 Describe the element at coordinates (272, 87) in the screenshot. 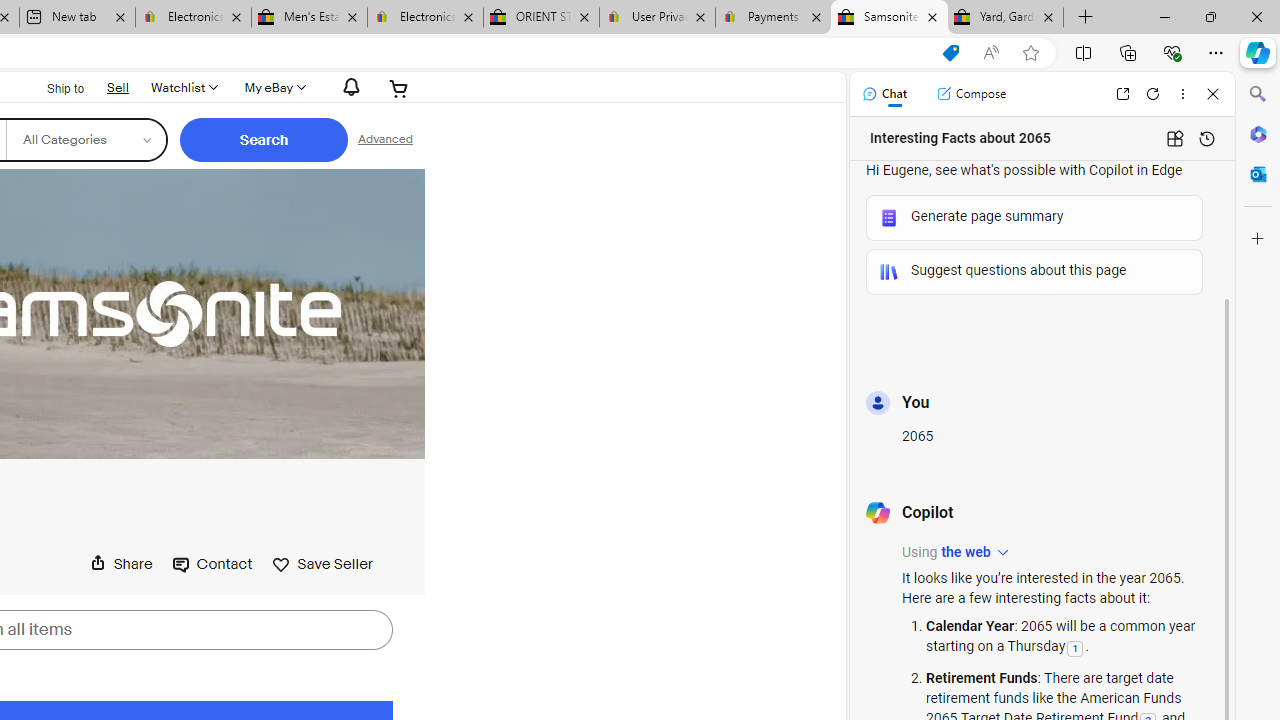

I see `'My eBayExpand My eBay'` at that location.